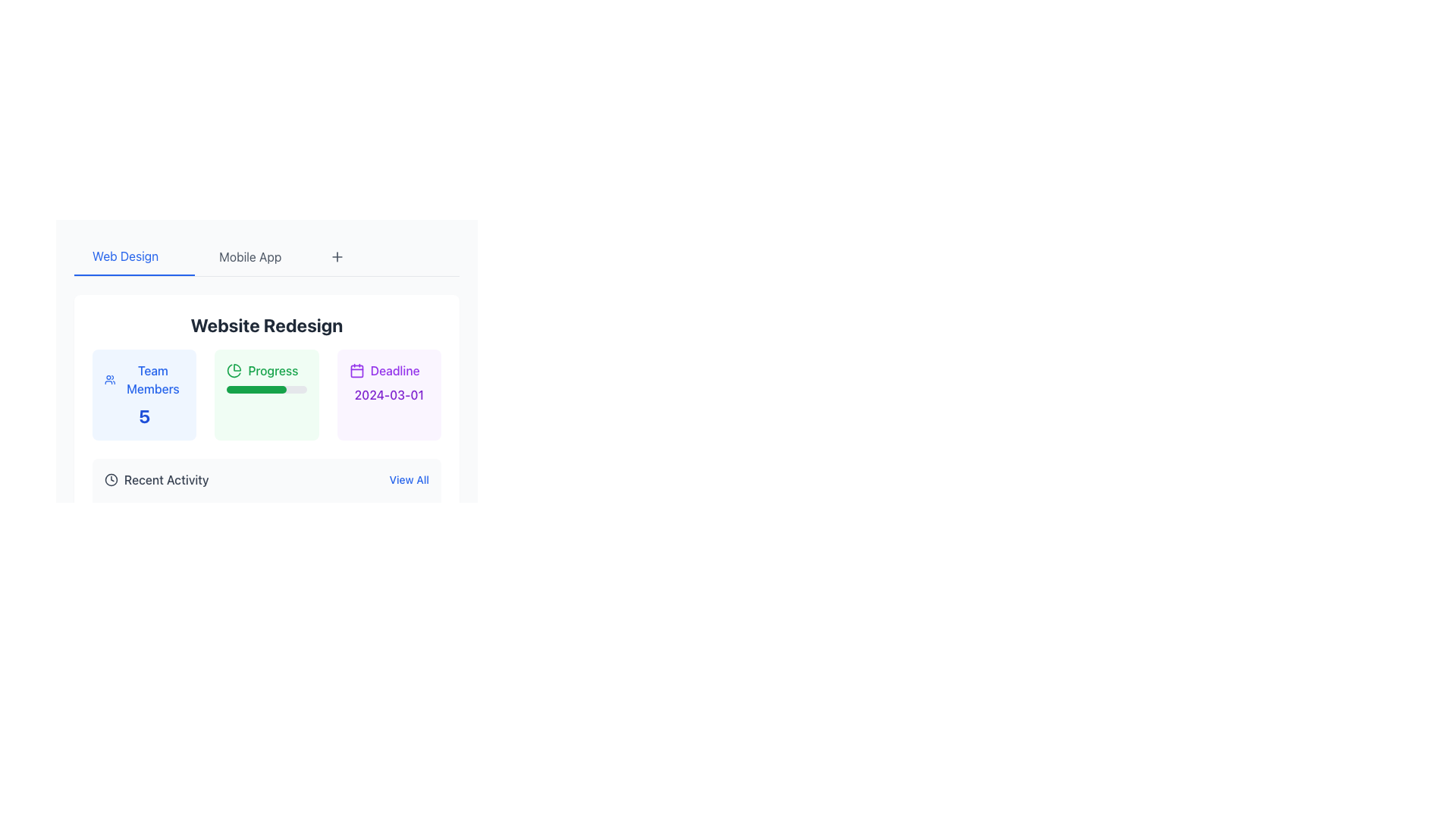 This screenshot has height=819, width=1456. What do you see at coordinates (156, 479) in the screenshot?
I see `the 'Recent Activity' label element, which features a clock icon and is styled with medium font weight and gray color, located in the lower-left section of the 'Website Redesign' interface` at bounding box center [156, 479].